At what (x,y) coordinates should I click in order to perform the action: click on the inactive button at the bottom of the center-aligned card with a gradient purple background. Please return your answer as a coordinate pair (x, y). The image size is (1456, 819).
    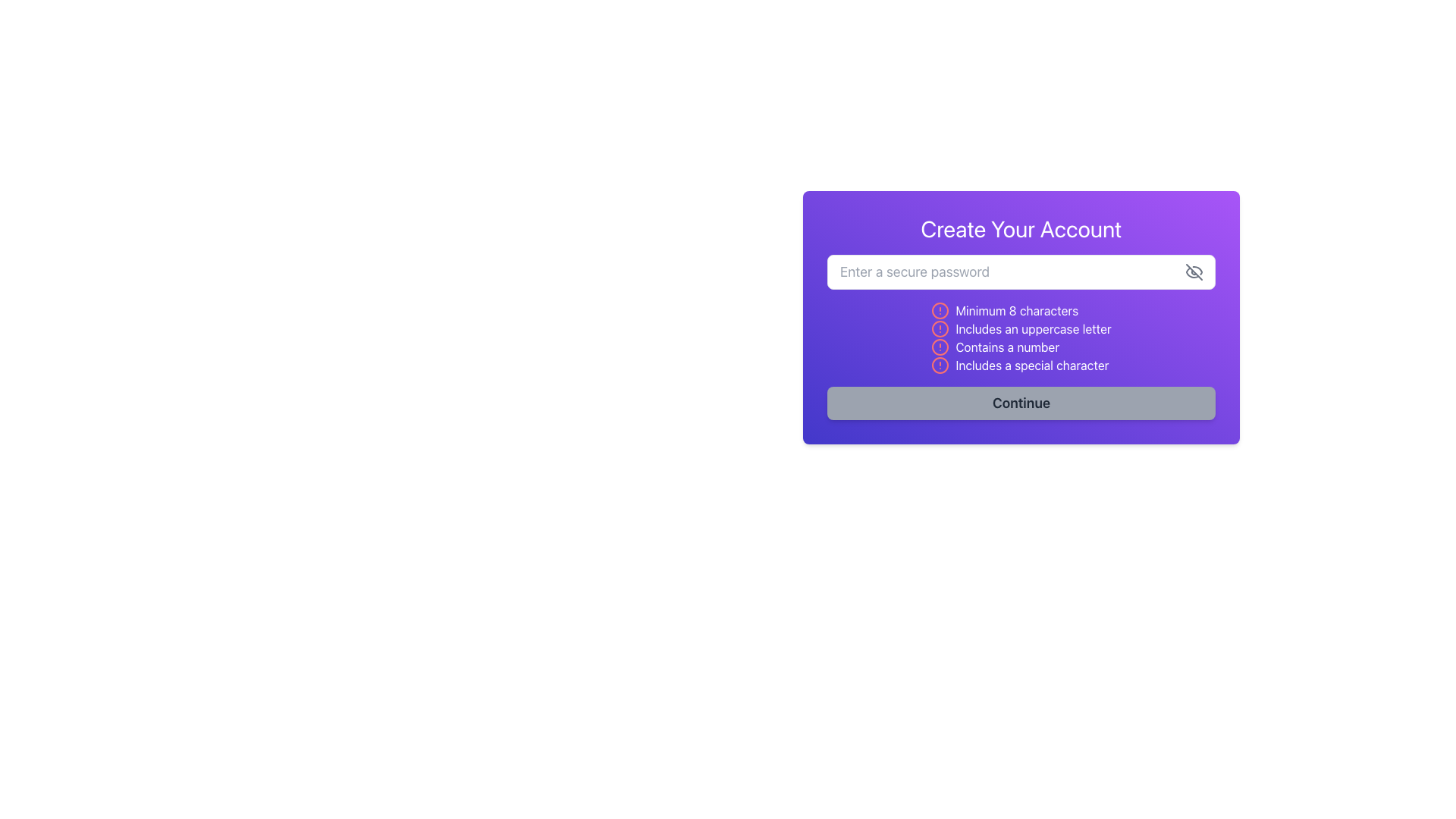
    Looking at the image, I should click on (1021, 403).